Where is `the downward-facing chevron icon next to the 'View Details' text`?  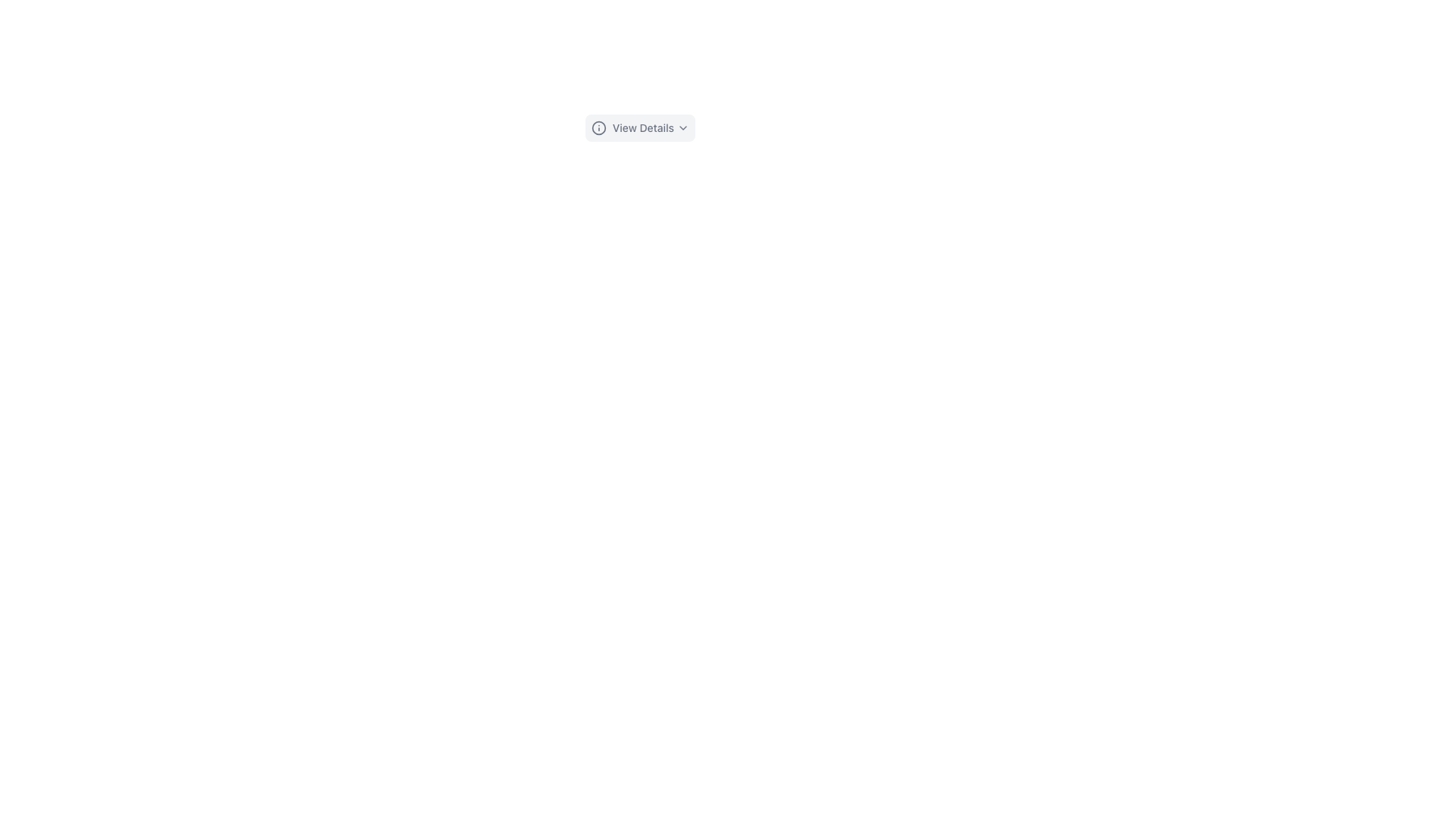 the downward-facing chevron icon next to the 'View Details' text is located at coordinates (682, 127).